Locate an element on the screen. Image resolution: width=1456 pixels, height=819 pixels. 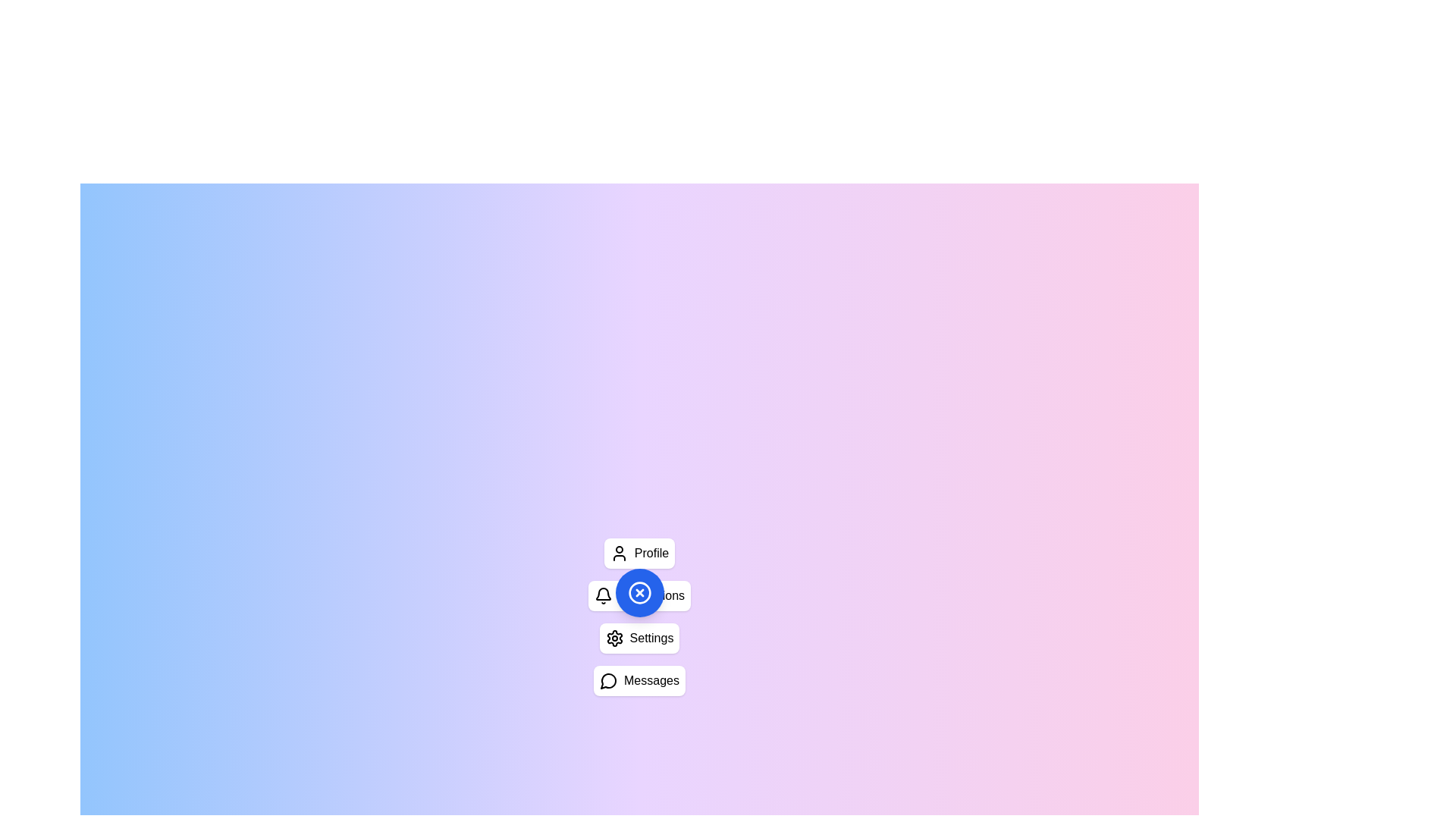
central blue button to toggle the speed dial menu is located at coordinates (639, 592).